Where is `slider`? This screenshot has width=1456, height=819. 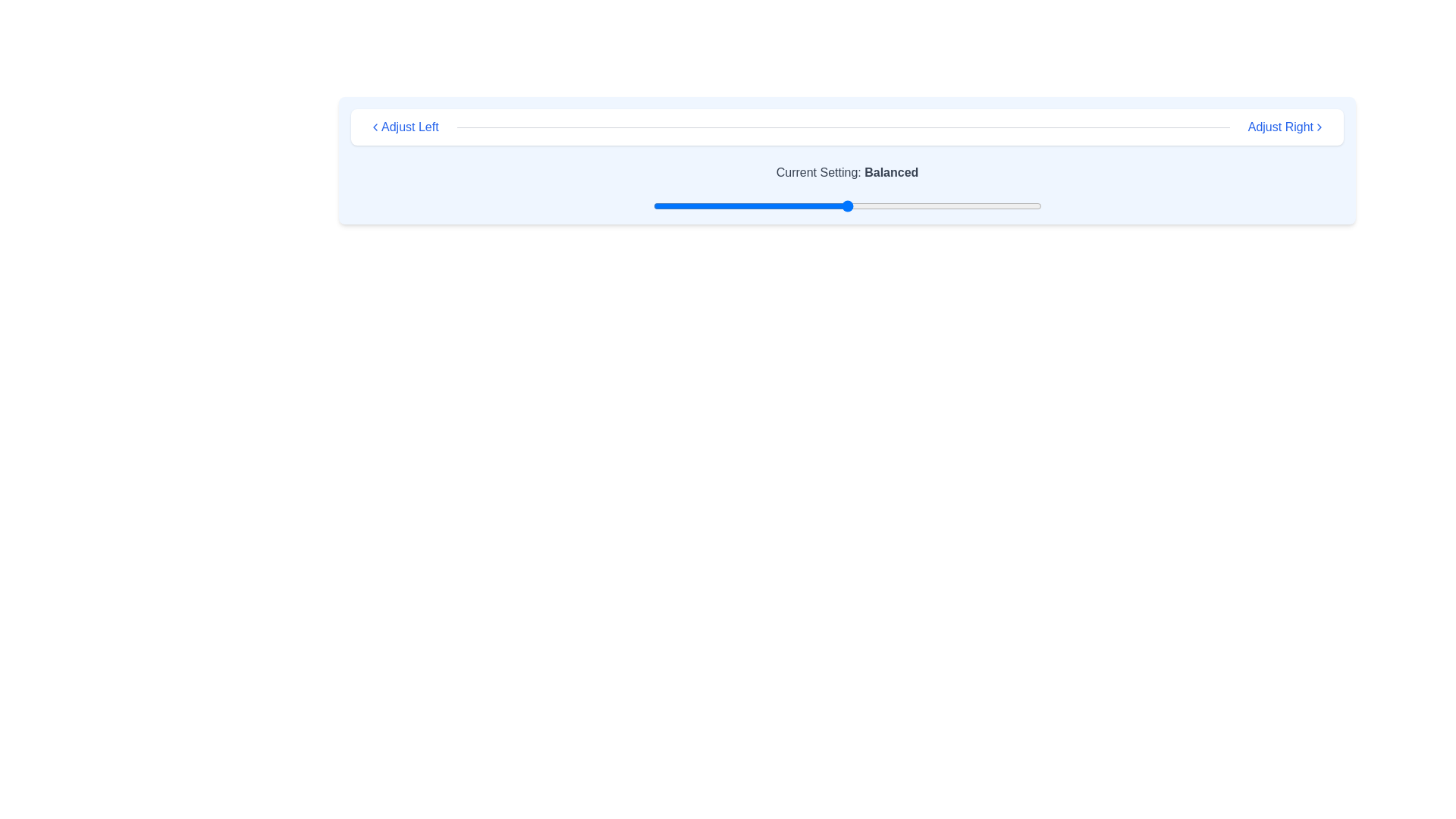 slider is located at coordinates (843, 206).